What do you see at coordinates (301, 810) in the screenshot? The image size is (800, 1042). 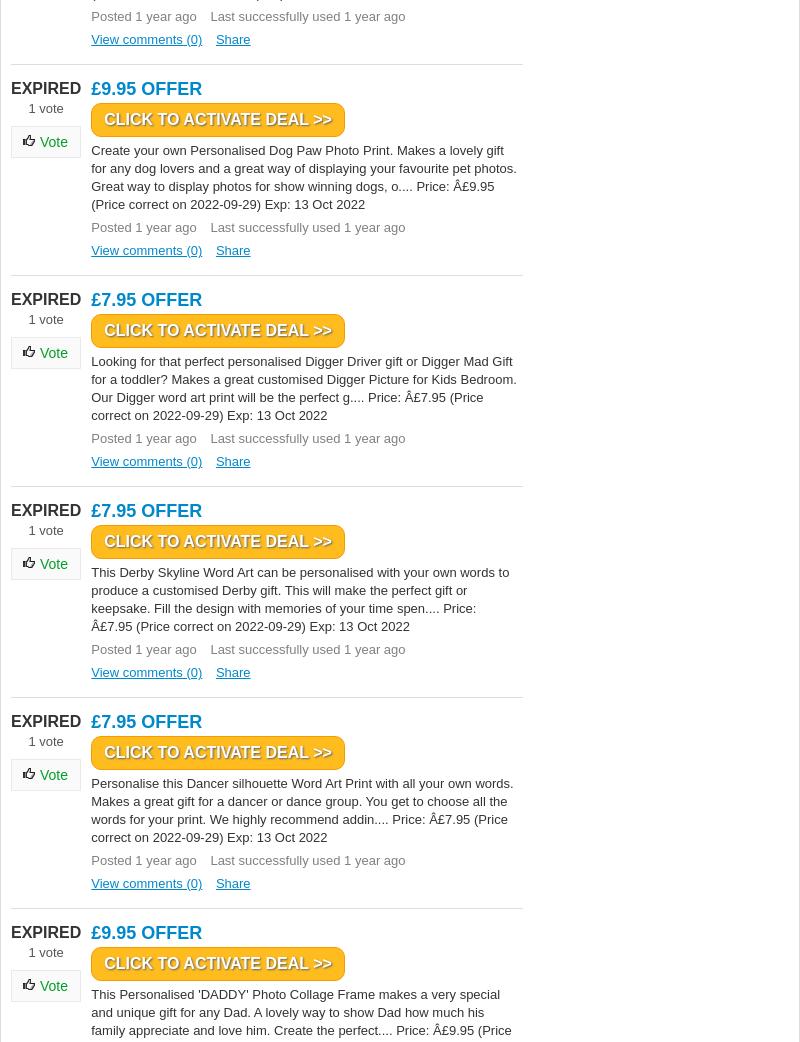 I see `'Personalise this Dancer silhouette Word Art Print with all your own words. Makes a great gift for a dancer or dance group. You get to choose all the words for your print. We highly recommend addin.... Price: Â£7.95 (Price correct on 2022-09-29) Exp: 13 Oct 2022'` at bounding box center [301, 810].